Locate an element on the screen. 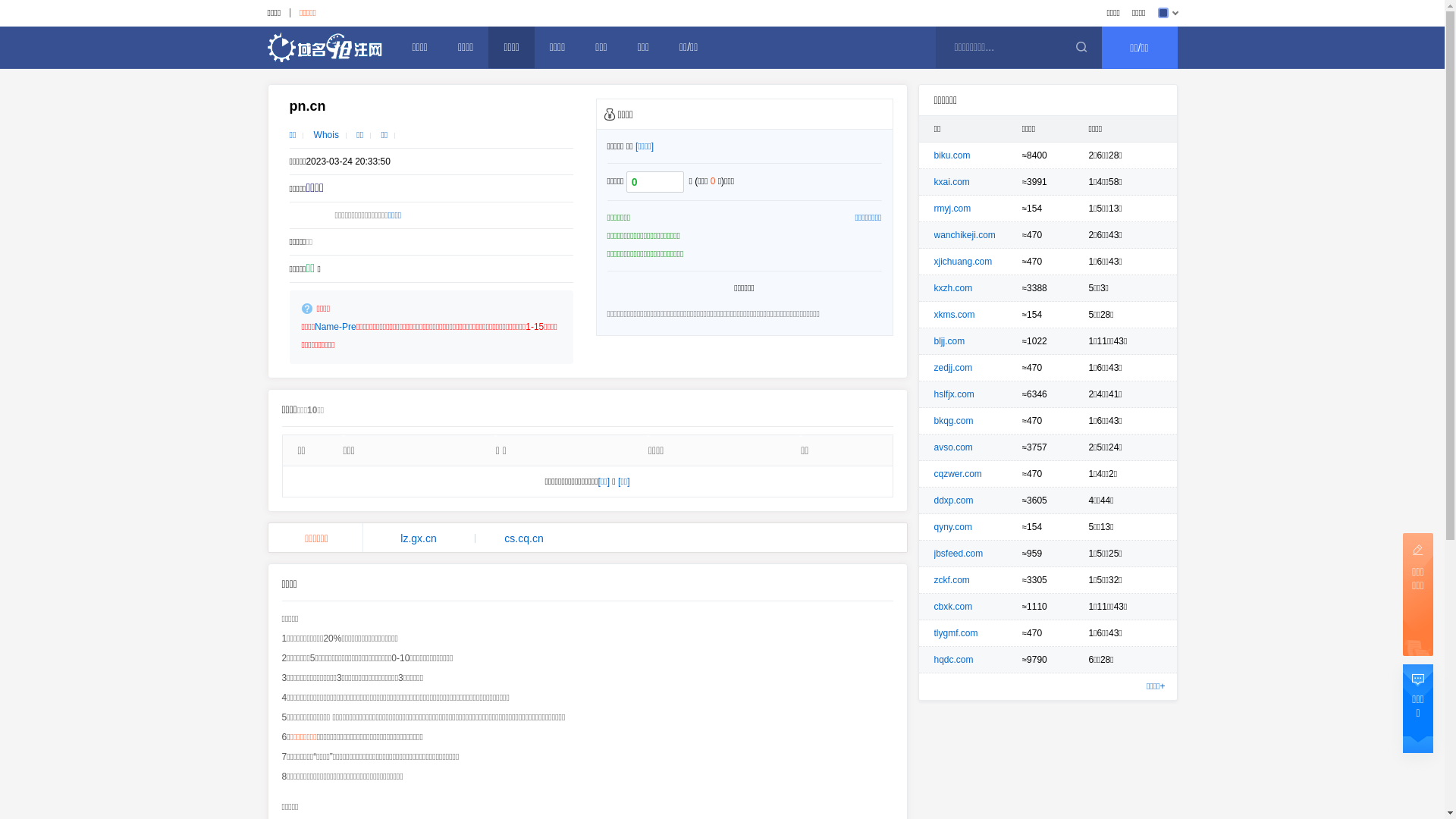 This screenshot has height=819, width=1456. 'jbsfeed.com' is located at coordinates (958, 553).